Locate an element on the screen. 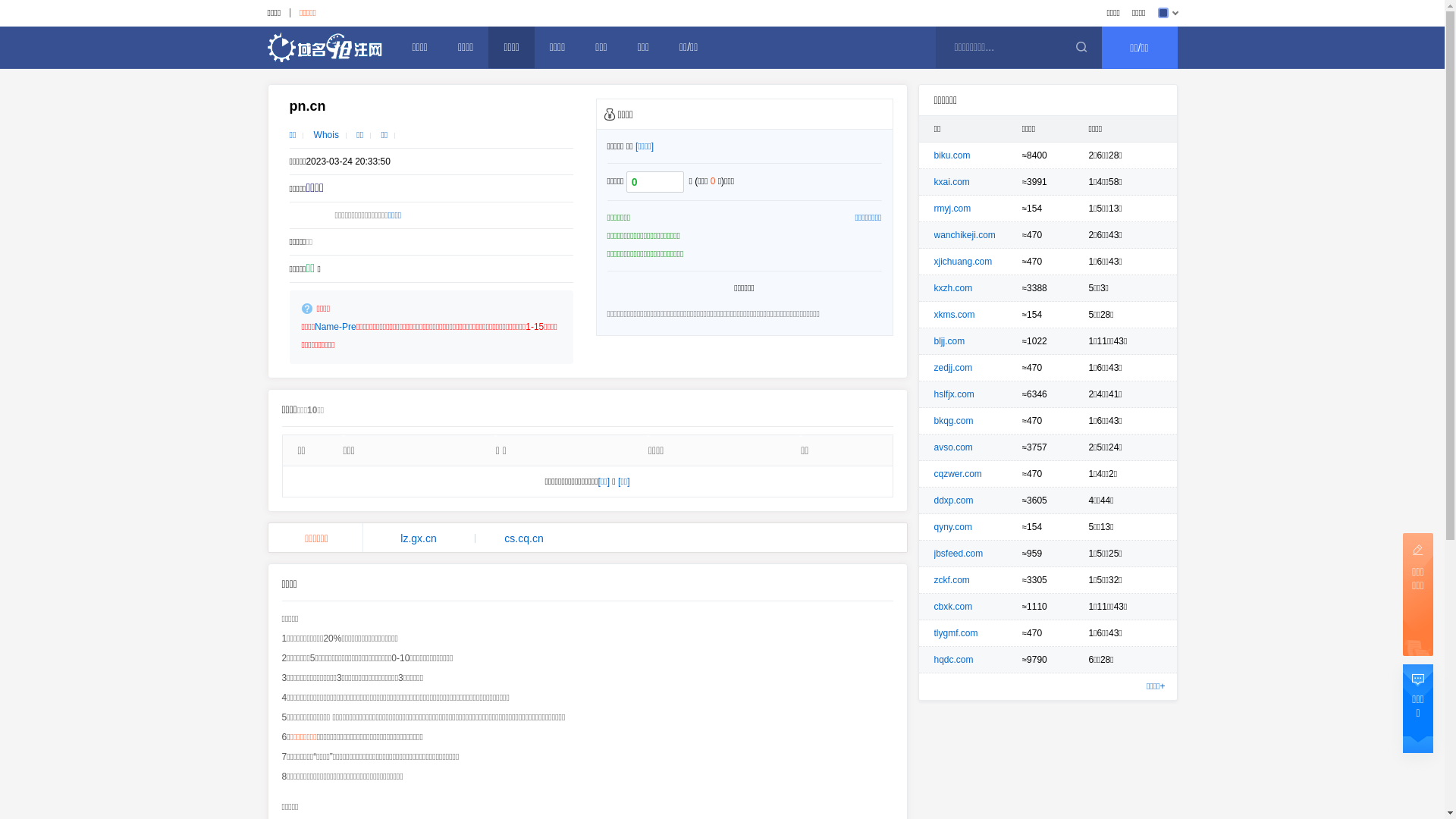 This screenshot has height=819, width=1456. 'jbsfeed.com' is located at coordinates (958, 553).